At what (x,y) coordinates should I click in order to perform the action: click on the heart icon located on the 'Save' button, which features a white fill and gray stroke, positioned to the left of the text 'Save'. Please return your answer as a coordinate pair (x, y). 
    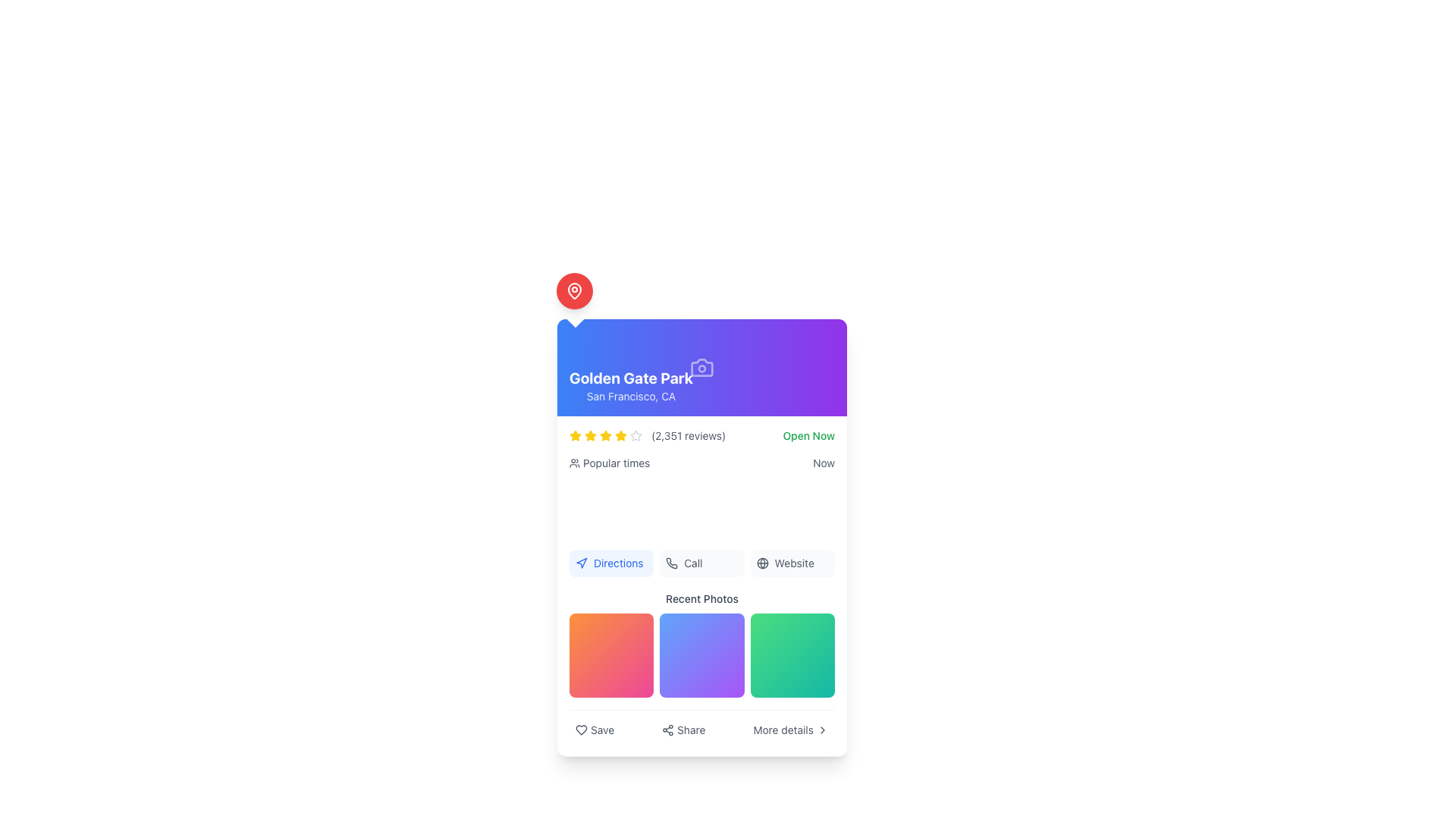
    Looking at the image, I should click on (581, 730).